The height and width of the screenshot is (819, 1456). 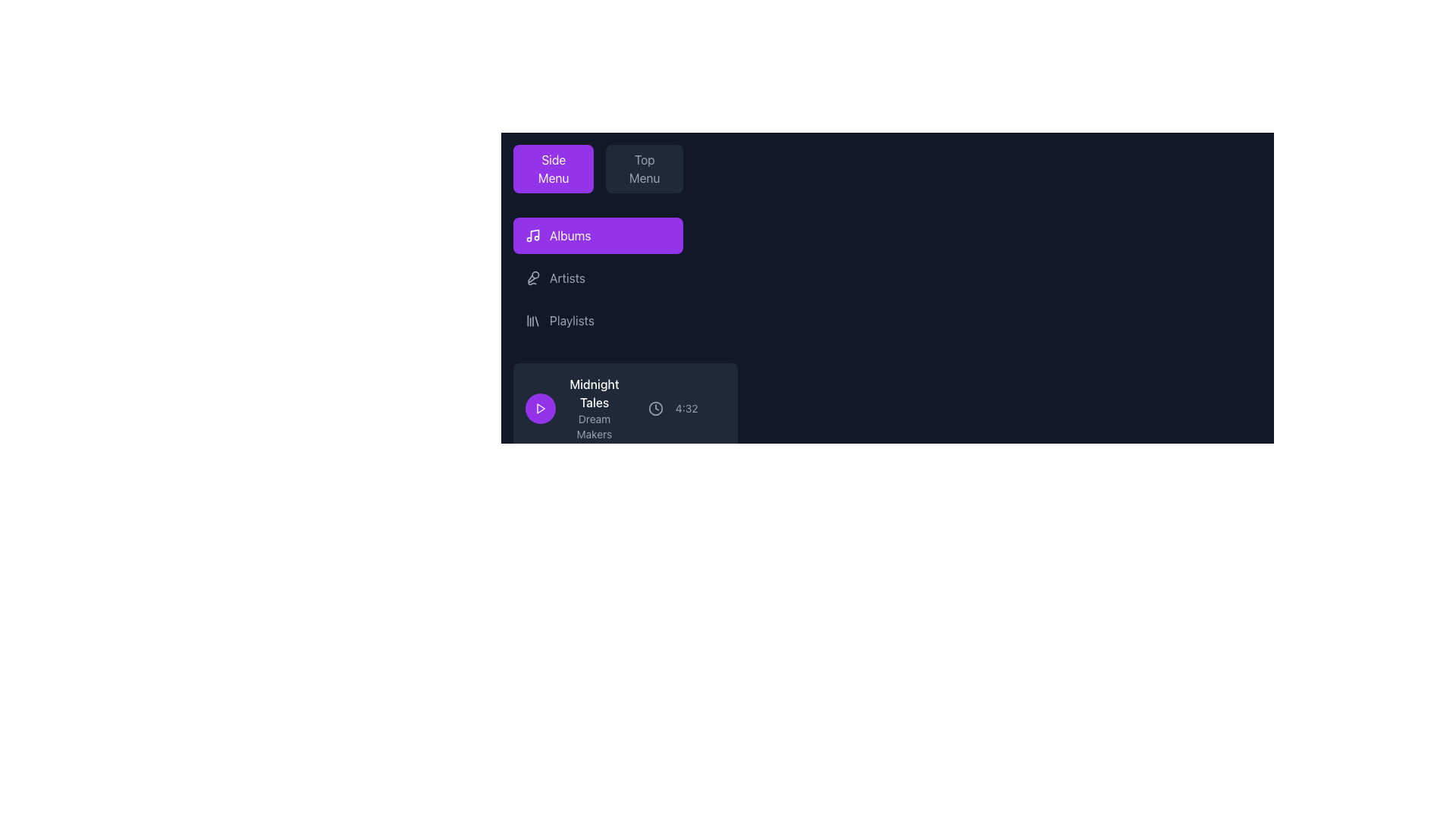 I want to click on the label indicating duration or time located at the bottom-right corner of the card for 'Midnight Tales Dream Makers', positioned between the clock icon and a vertical ellipsis icon, so click(x=672, y=408).